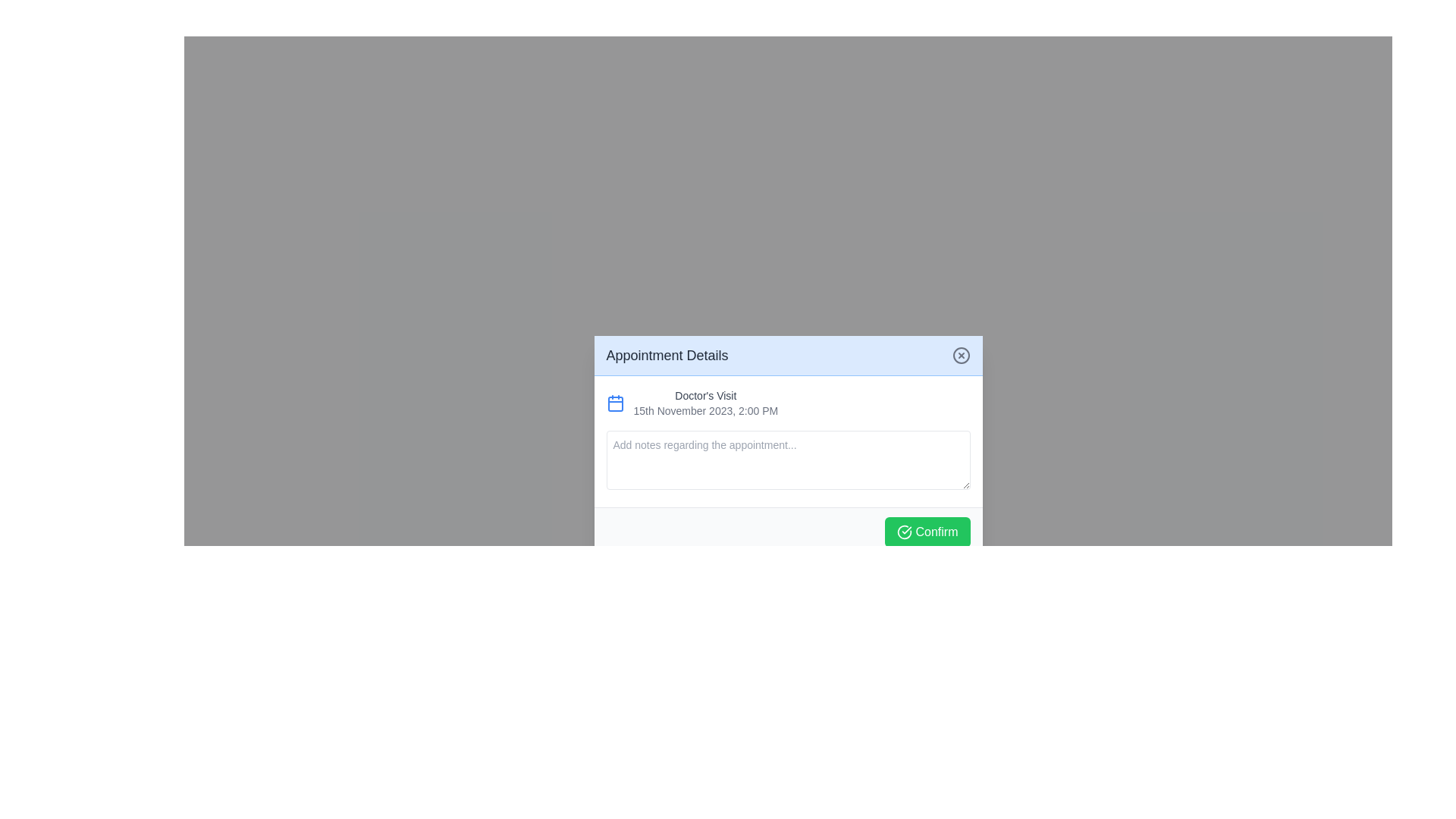 The image size is (1456, 819). What do you see at coordinates (788, 444) in the screenshot?
I see `the interactive elements of the appointment Modal/Dialog Box` at bounding box center [788, 444].